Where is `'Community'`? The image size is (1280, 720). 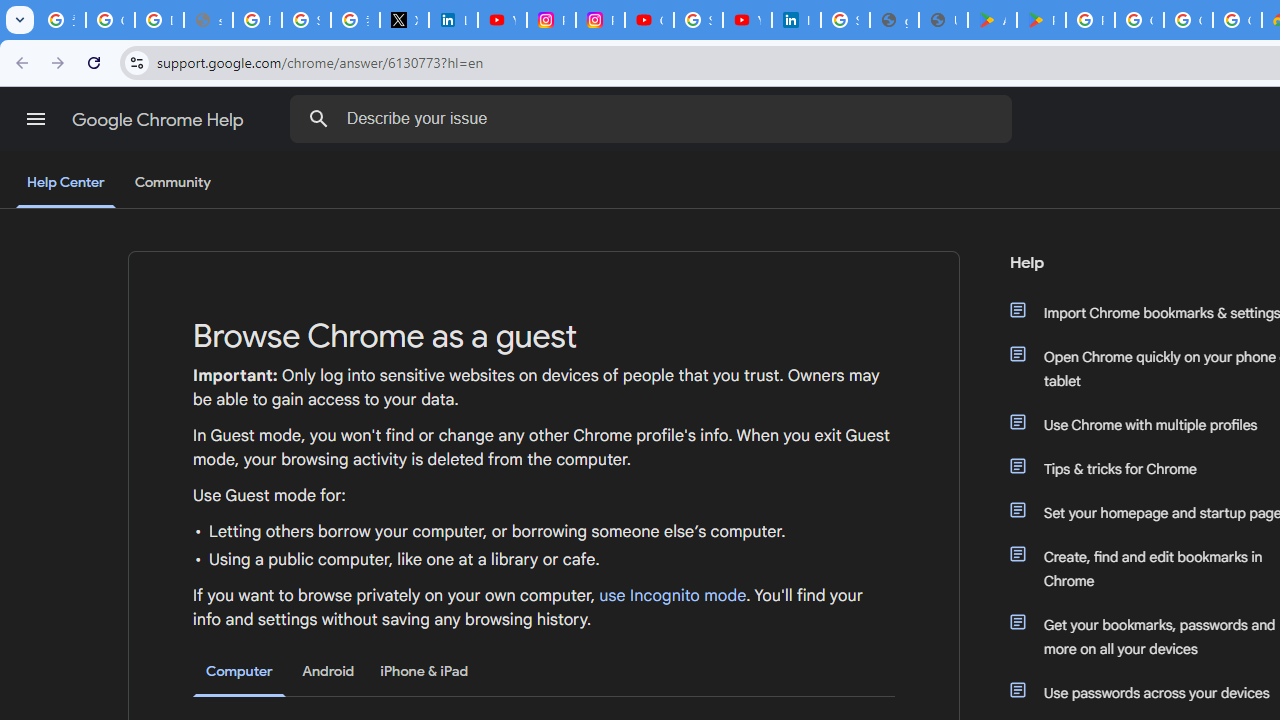
'Community' is located at coordinates (172, 183).